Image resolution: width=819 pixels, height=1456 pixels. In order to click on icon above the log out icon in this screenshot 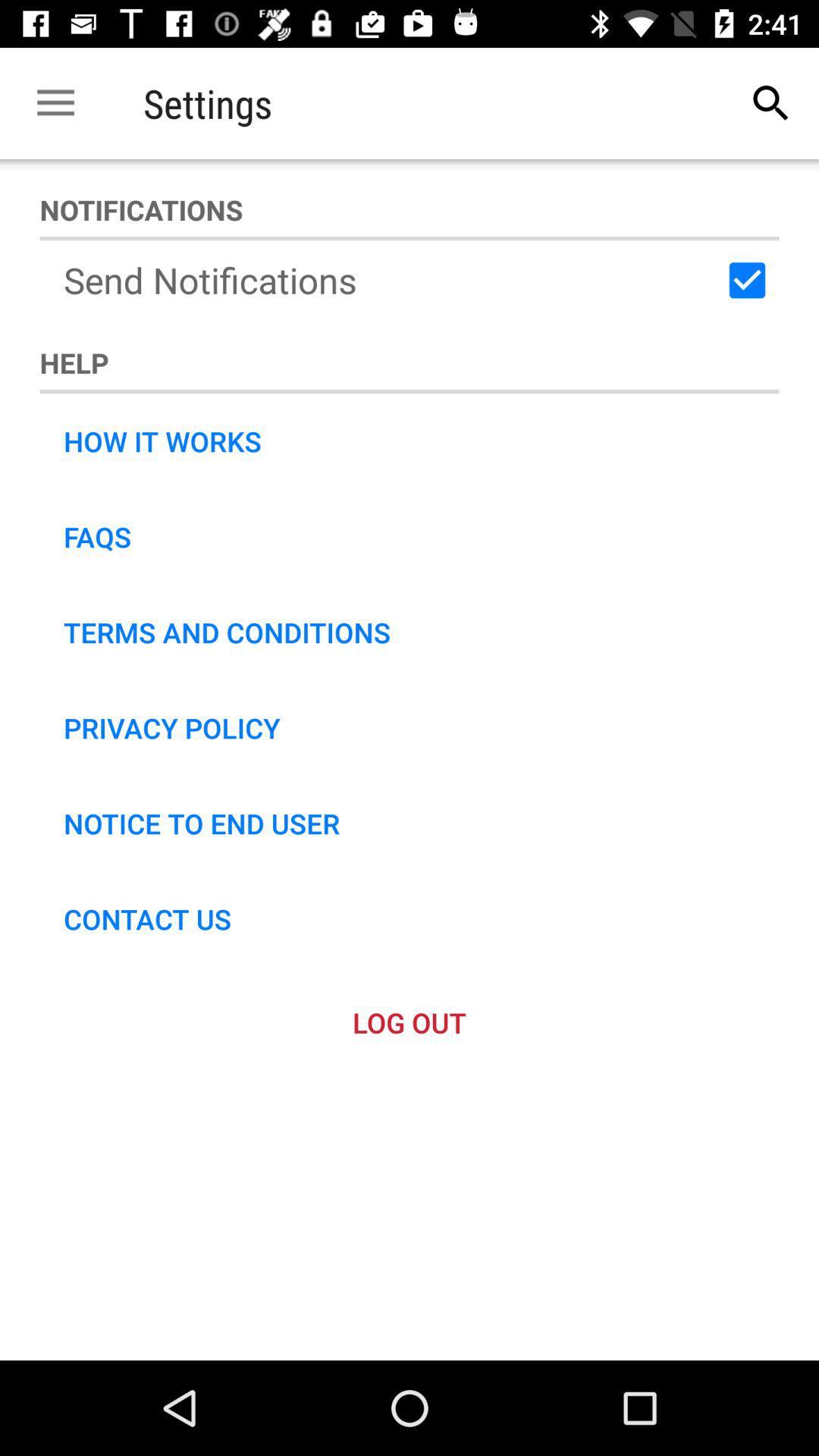, I will do `click(147, 918)`.